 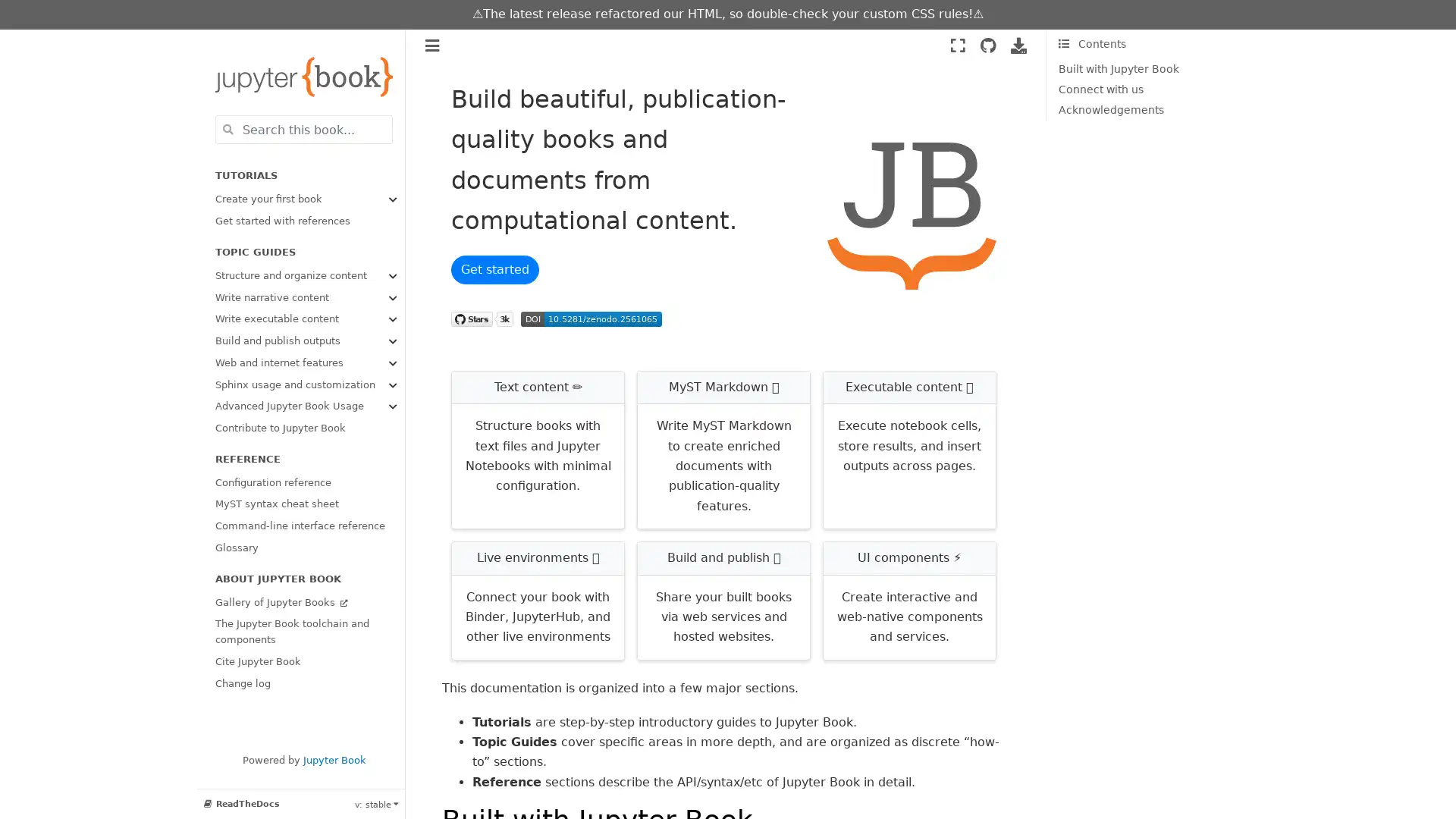 What do you see at coordinates (1018, 45) in the screenshot?
I see `Download this page` at bounding box center [1018, 45].